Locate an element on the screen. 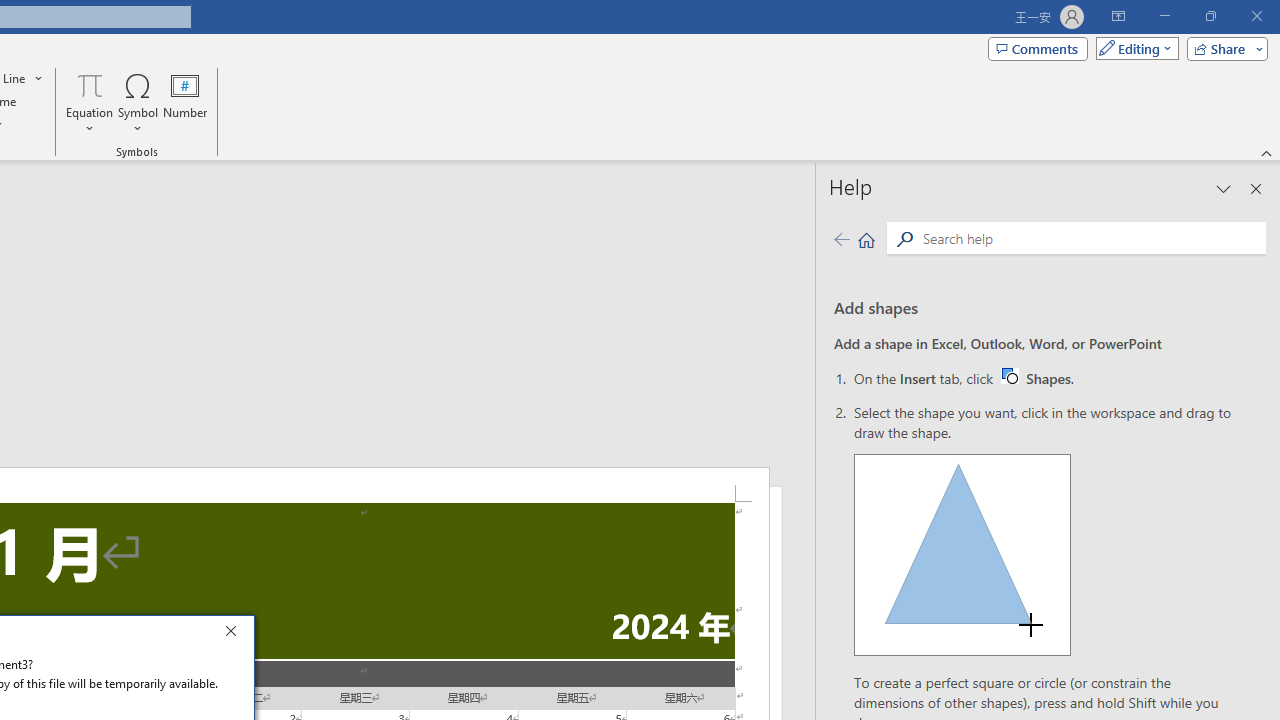 The image size is (1280, 720). 'Mode' is located at coordinates (1133, 47).